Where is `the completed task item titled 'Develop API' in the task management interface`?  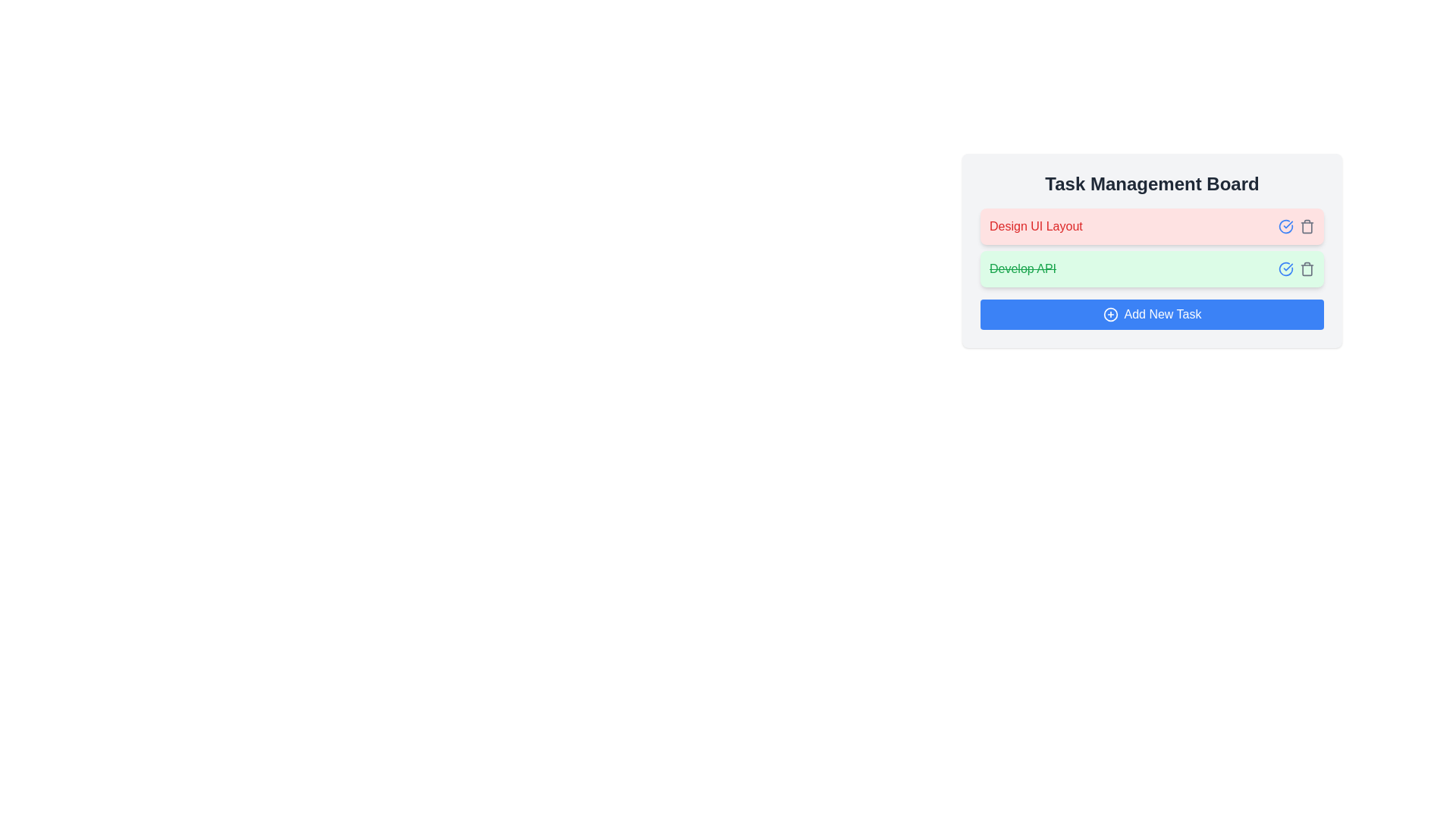
the completed task item titled 'Develop API' in the task management interface is located at coordinates (1152, 268).